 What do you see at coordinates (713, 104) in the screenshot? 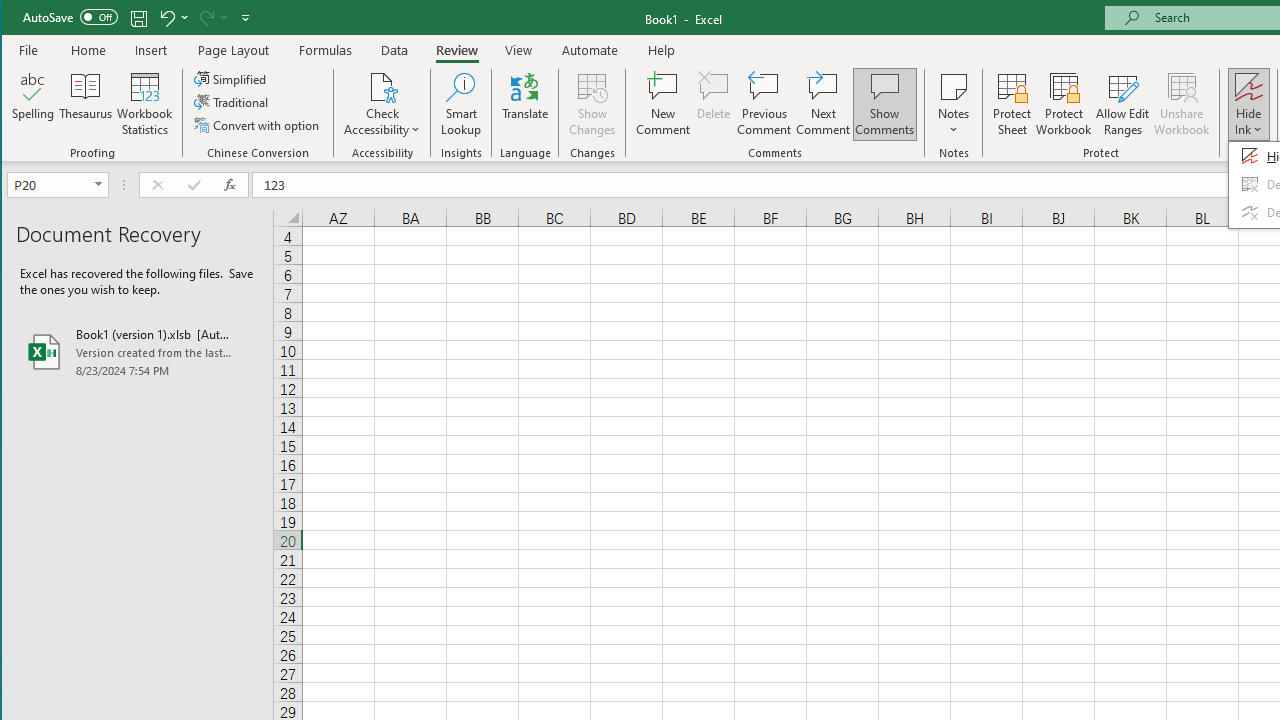
I see `'Delete'` at bounding box center [713, 104].